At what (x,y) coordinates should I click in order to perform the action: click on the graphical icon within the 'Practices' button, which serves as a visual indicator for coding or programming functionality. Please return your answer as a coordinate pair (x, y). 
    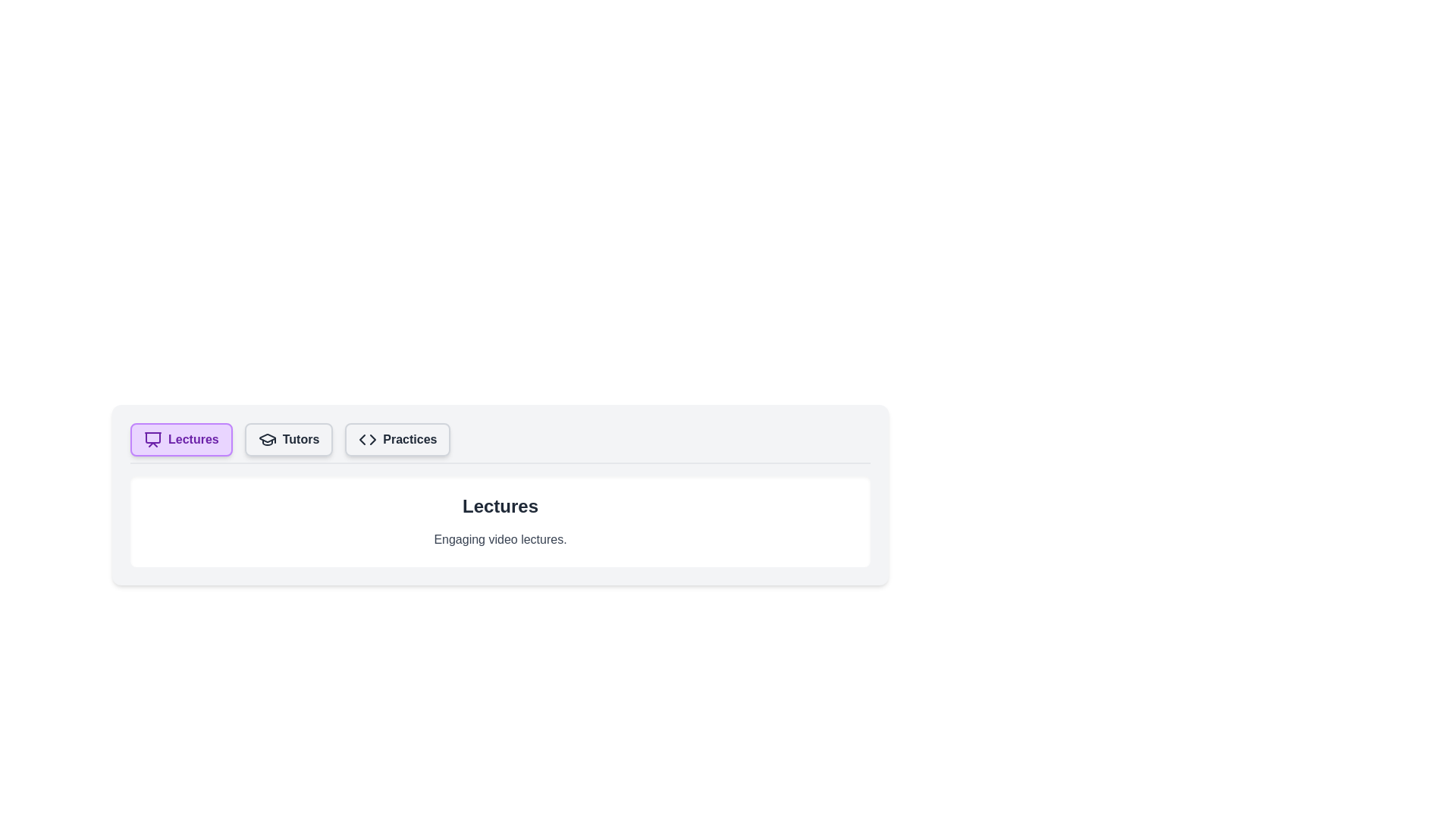
    Looking at the image, I should click on (368, 439).